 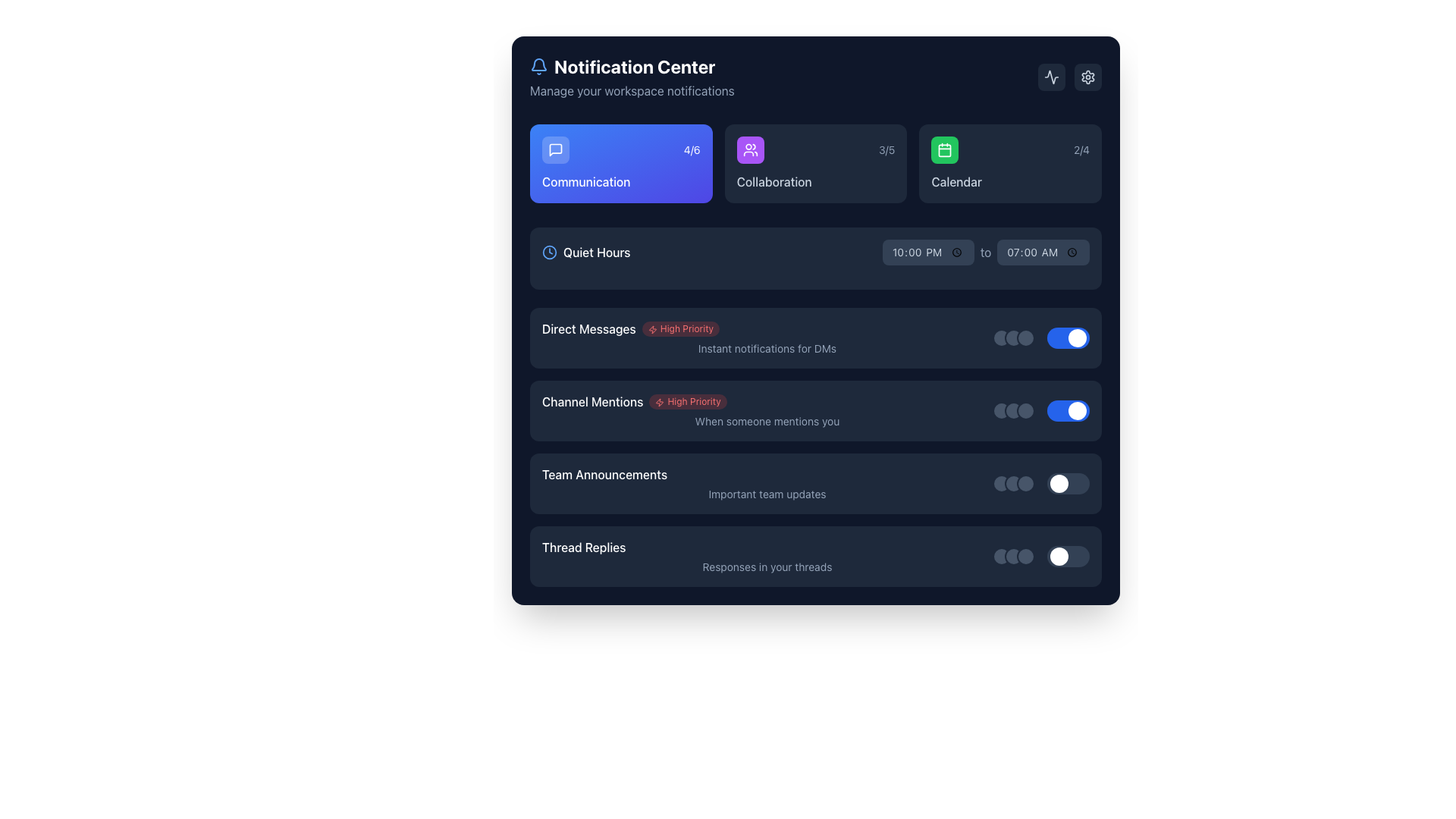 What do you see at coordinates (679, 328) in the screenshot?
I see `the pill-shaped label with a light red background and red text that says 'High Priority', located to the right of the 'Direct Messages' text in the notification settings panel` at bounding box center [679, 328].